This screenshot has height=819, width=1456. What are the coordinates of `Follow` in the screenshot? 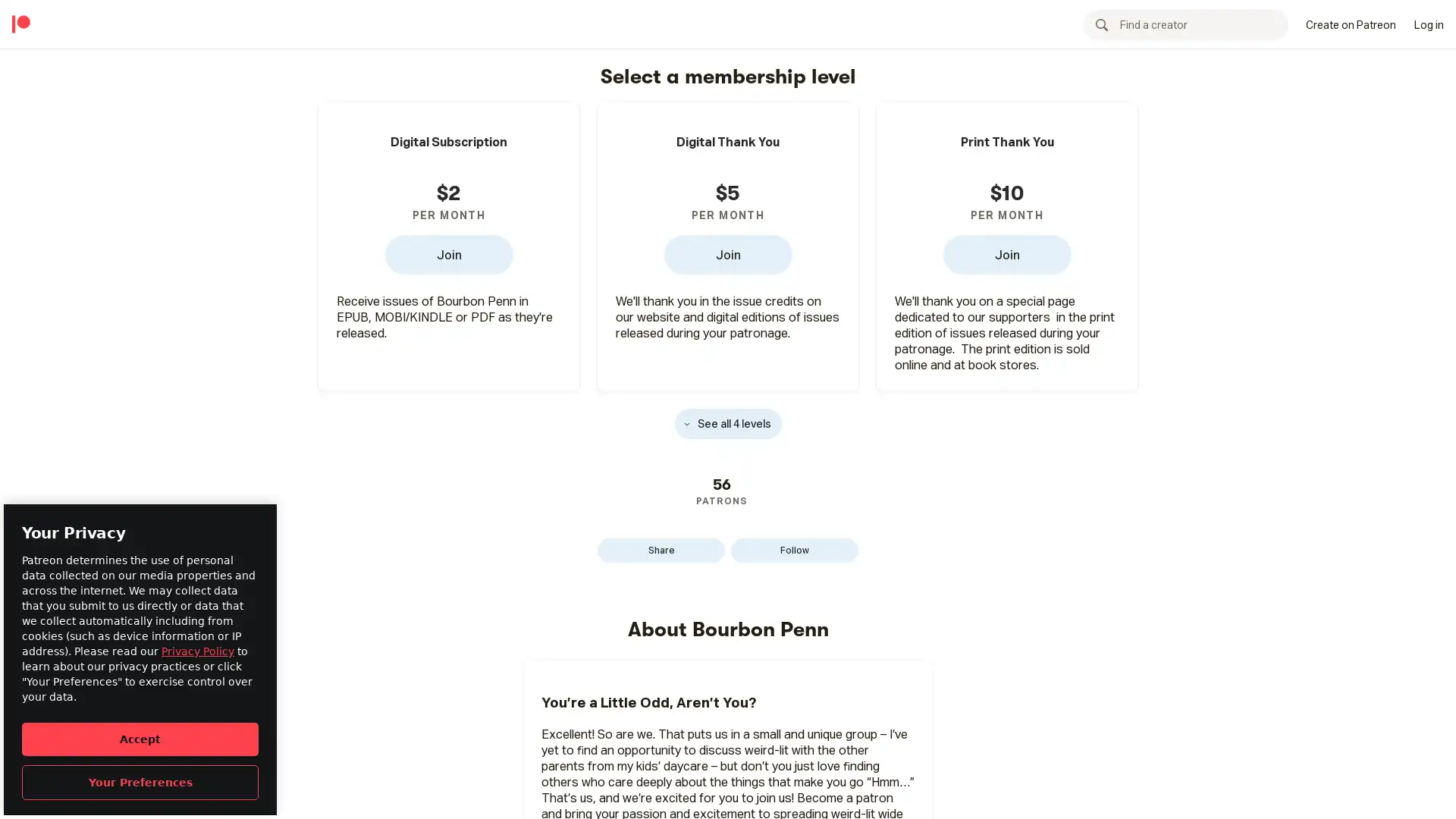 It's located at (793, 550).